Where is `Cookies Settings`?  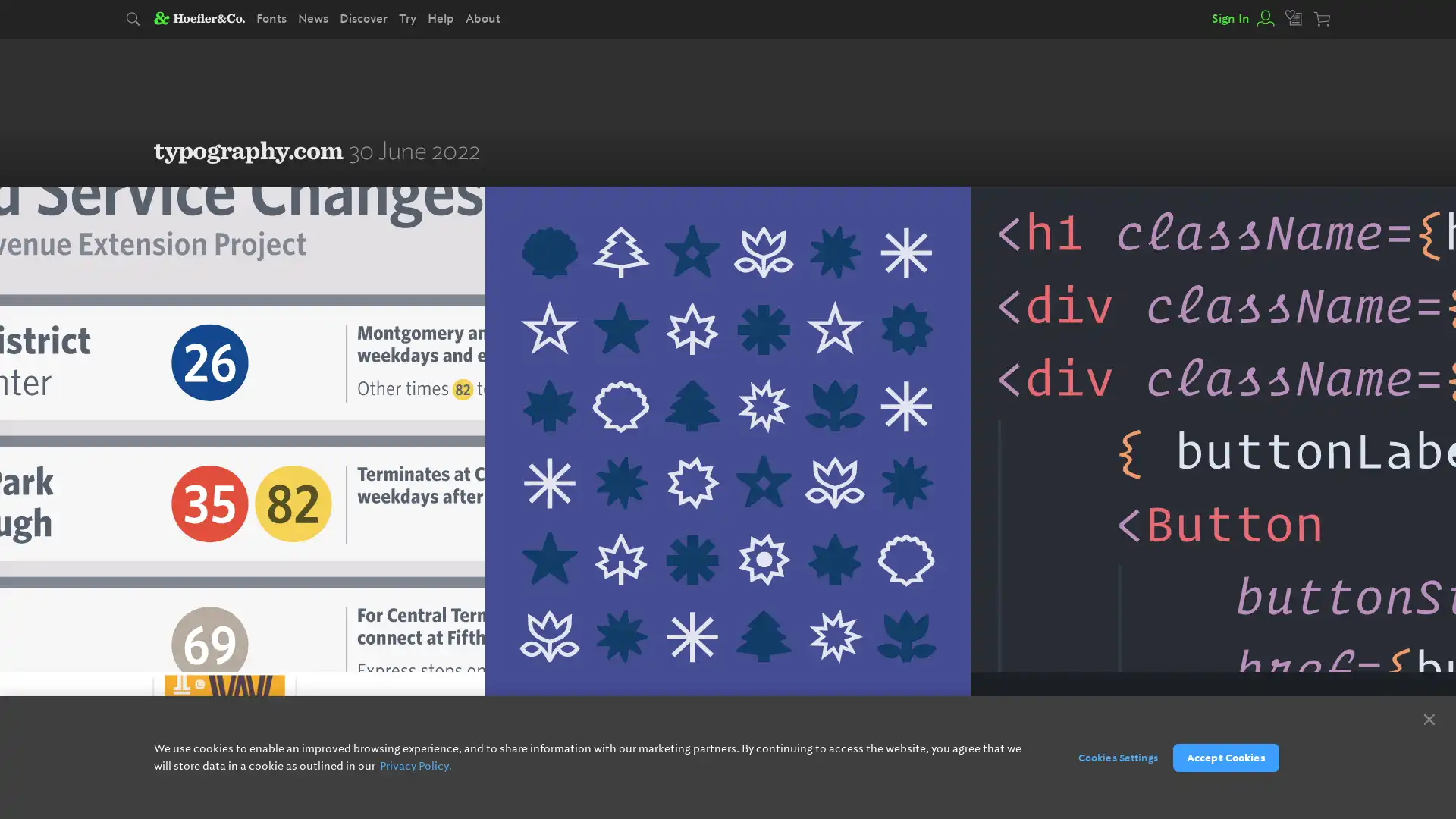
Cookies Settings is located at coordinates (1109, 757).